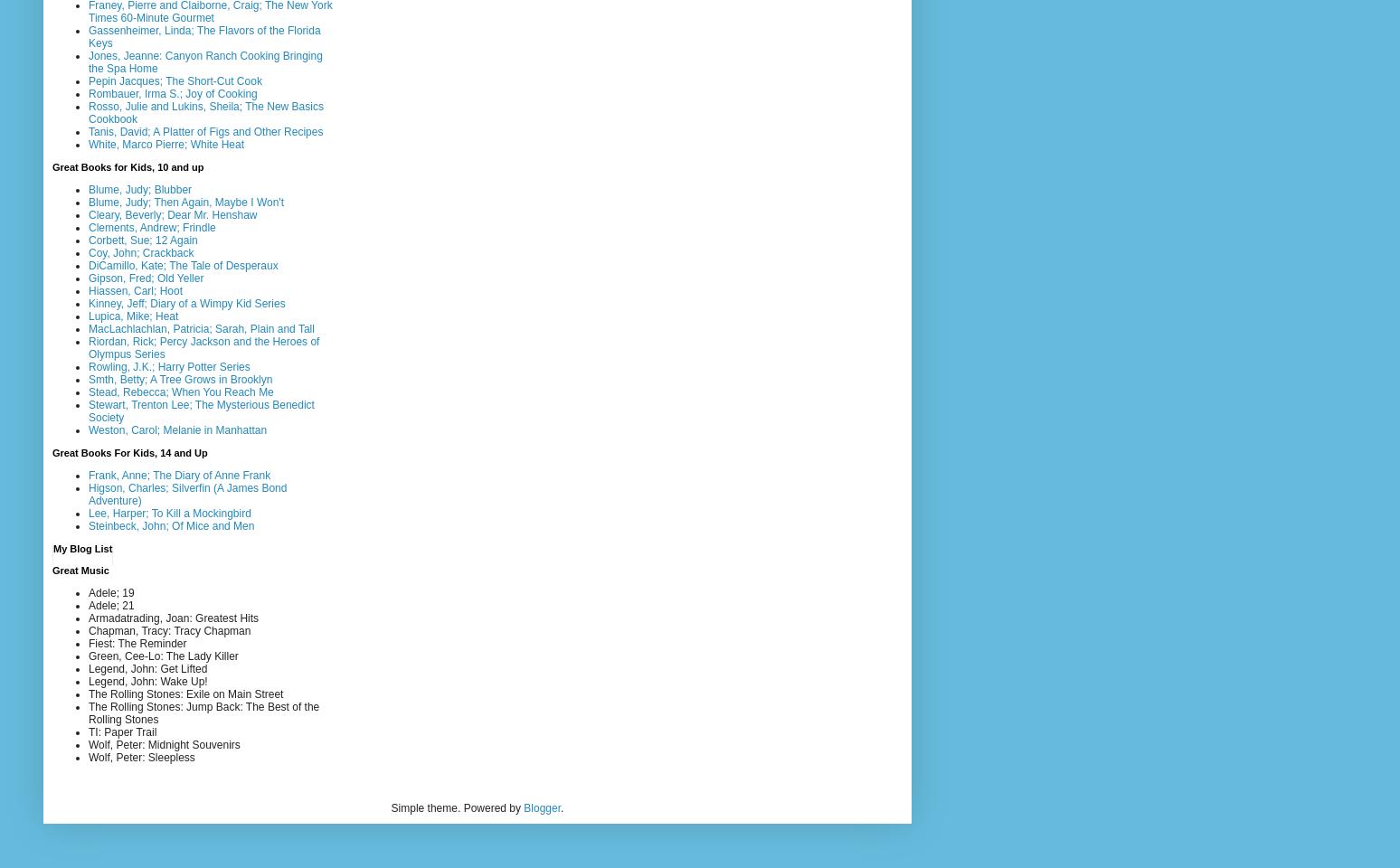 This screenshot has width=1400, height=868. I want to click on 'TI: Paper Trail', so click(122, 731).